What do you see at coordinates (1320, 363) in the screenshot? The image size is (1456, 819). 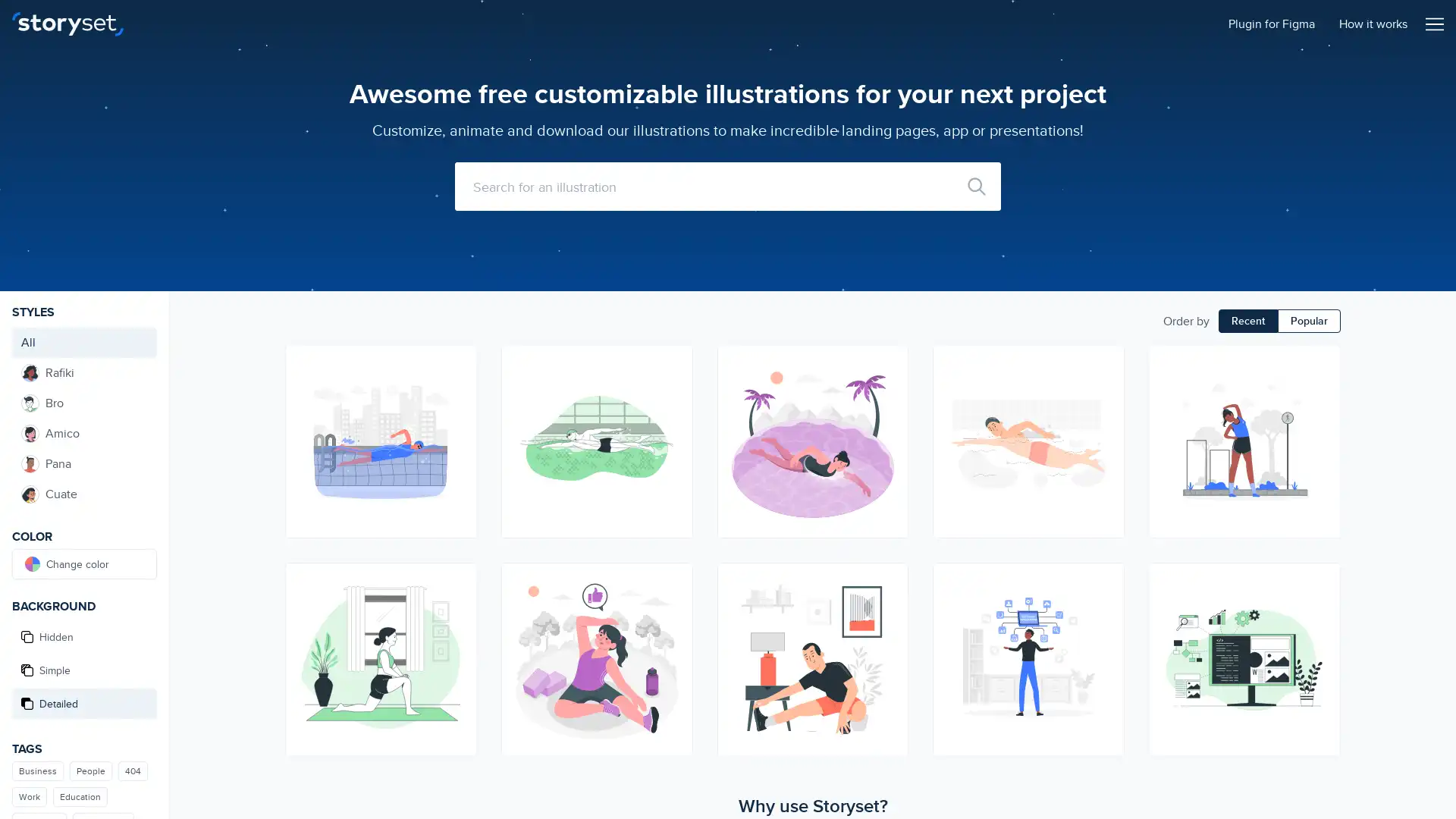 I see `wand icon Animate` at bounding box center [1320, 363].